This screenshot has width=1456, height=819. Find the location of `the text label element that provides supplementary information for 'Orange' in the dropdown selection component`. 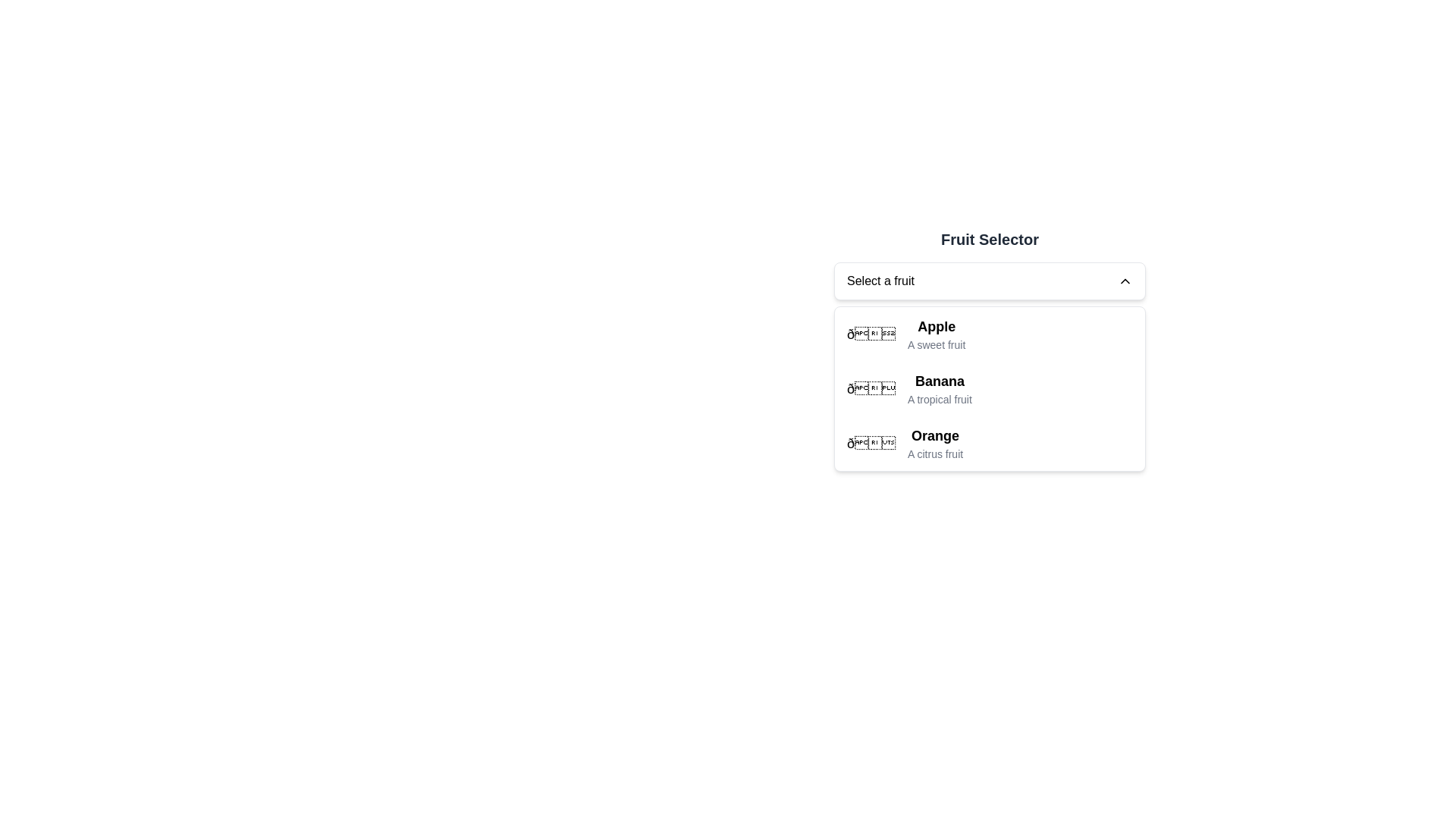

the text label element that provides supplementary information for 'Orange' in the dropdown selection component is located at coordinates (934, 453).